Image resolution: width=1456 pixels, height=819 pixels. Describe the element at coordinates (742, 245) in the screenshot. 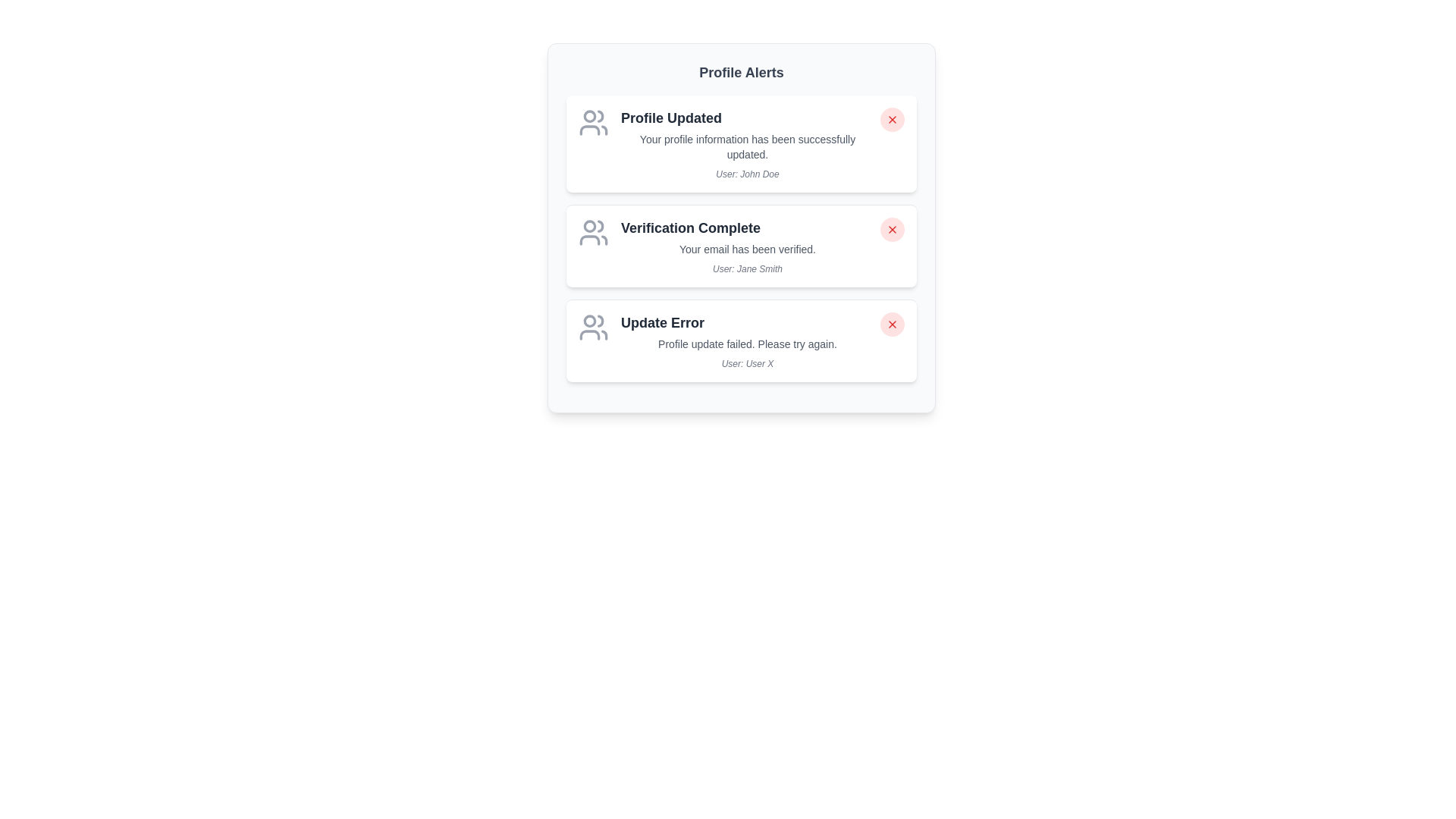

I see `the alert item corresponding to Verification Complete to read its details` at that location.